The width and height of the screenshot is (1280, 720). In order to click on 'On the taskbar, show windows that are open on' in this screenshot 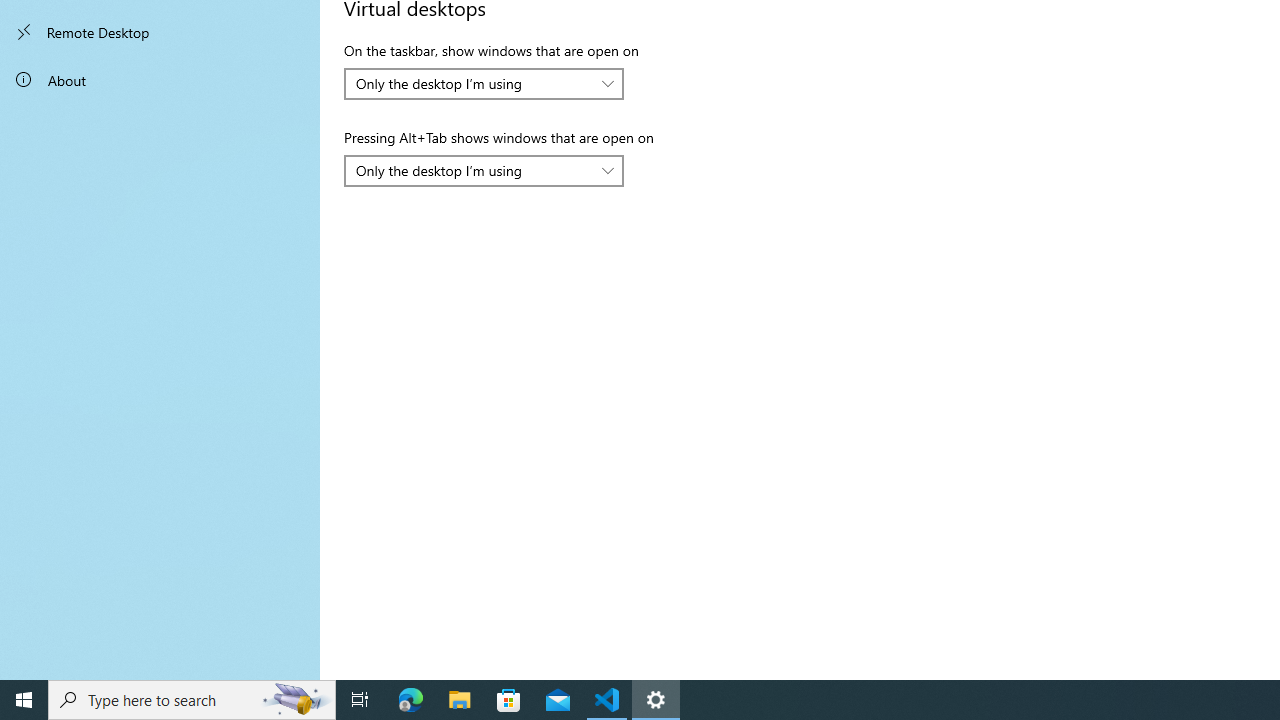, I will do `click(484, 82)`.